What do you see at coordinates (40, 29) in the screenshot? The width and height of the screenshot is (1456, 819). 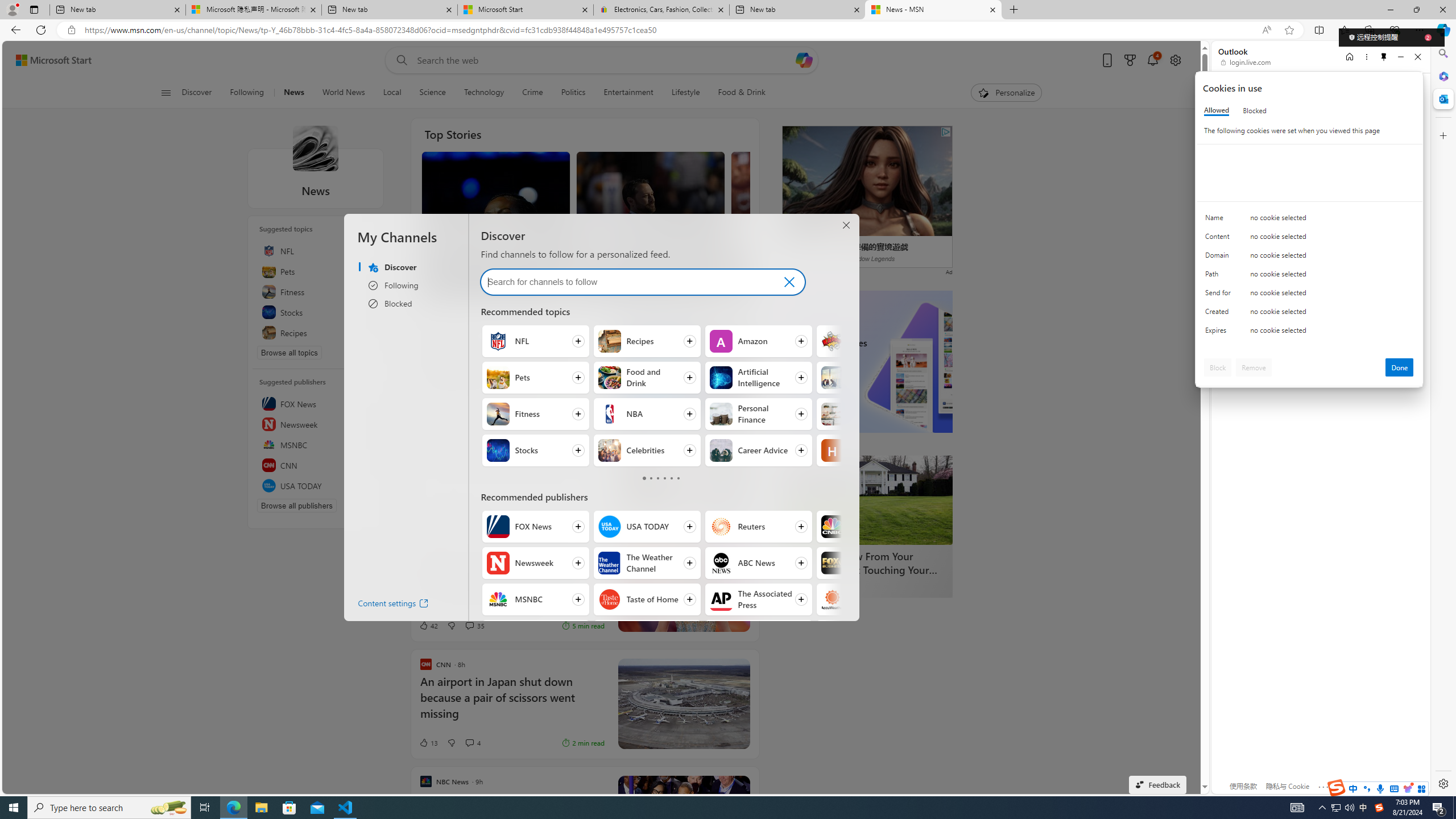 I see `'Refresh'` at bounding box center [40, 29].